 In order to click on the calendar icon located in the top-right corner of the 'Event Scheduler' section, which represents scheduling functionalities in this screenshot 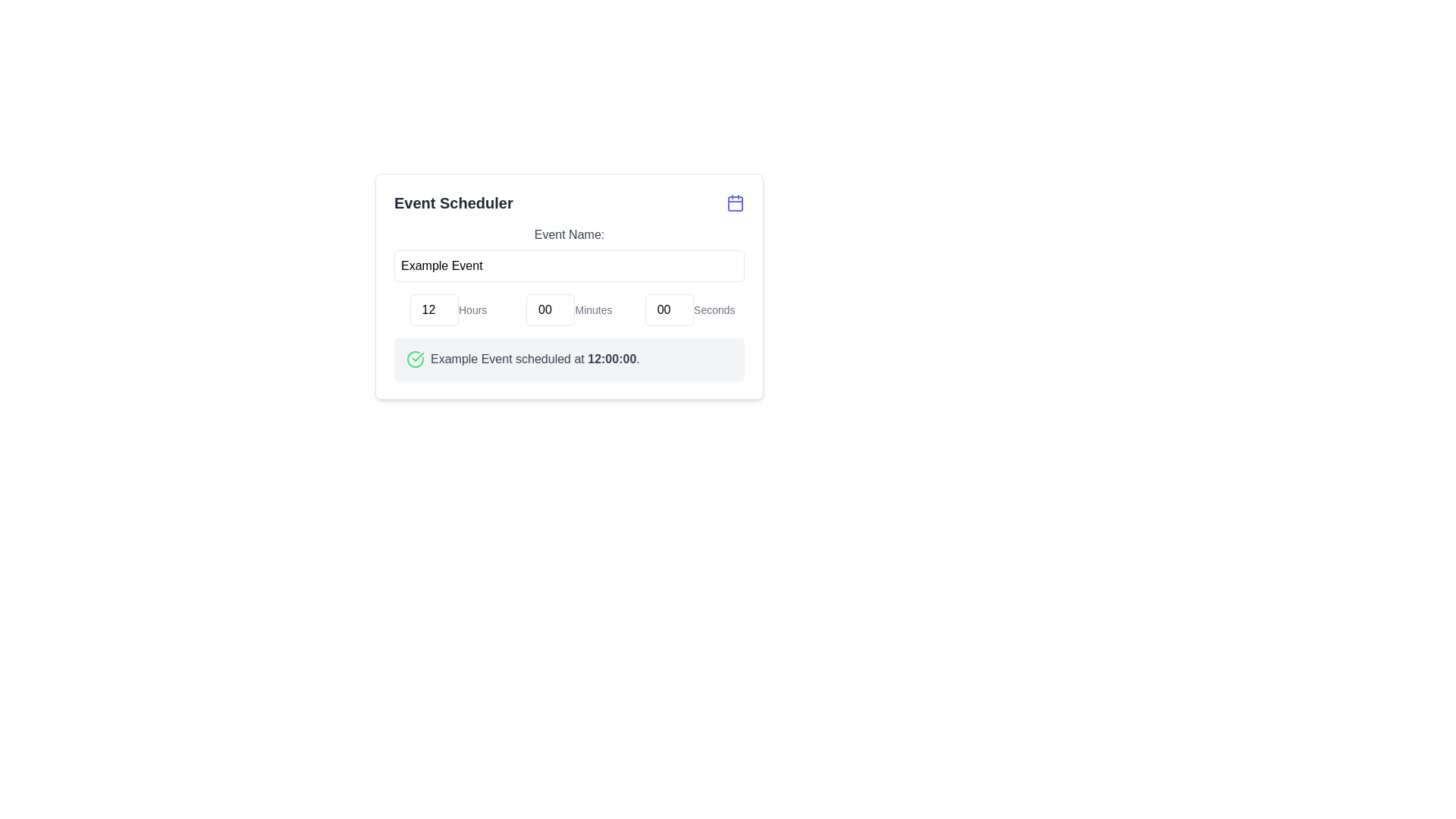, I will do `click(735, 202)`.